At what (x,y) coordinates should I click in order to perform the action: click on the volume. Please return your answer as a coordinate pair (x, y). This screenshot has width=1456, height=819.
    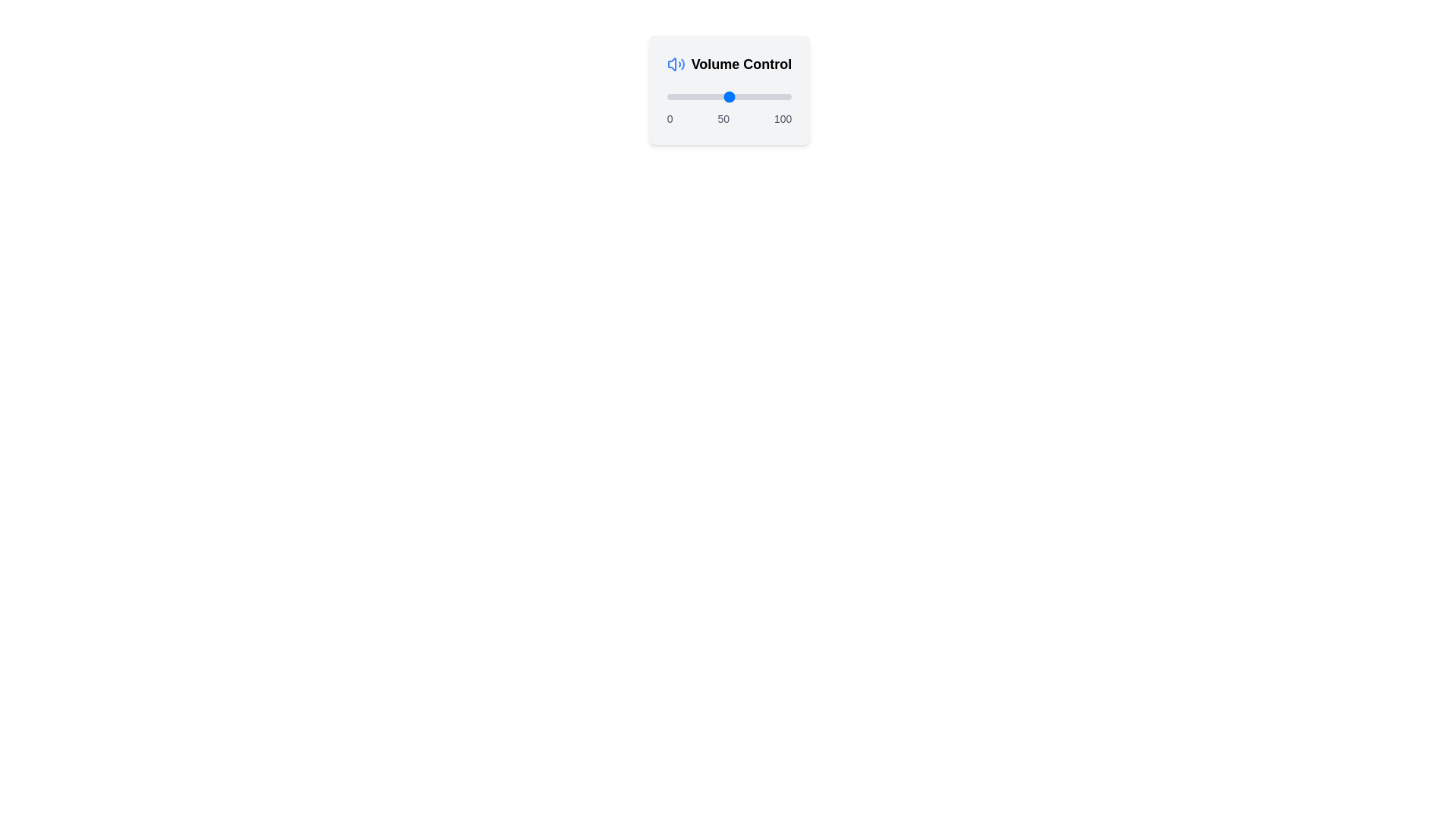
    Looking at the image, I should click on (689, 96).